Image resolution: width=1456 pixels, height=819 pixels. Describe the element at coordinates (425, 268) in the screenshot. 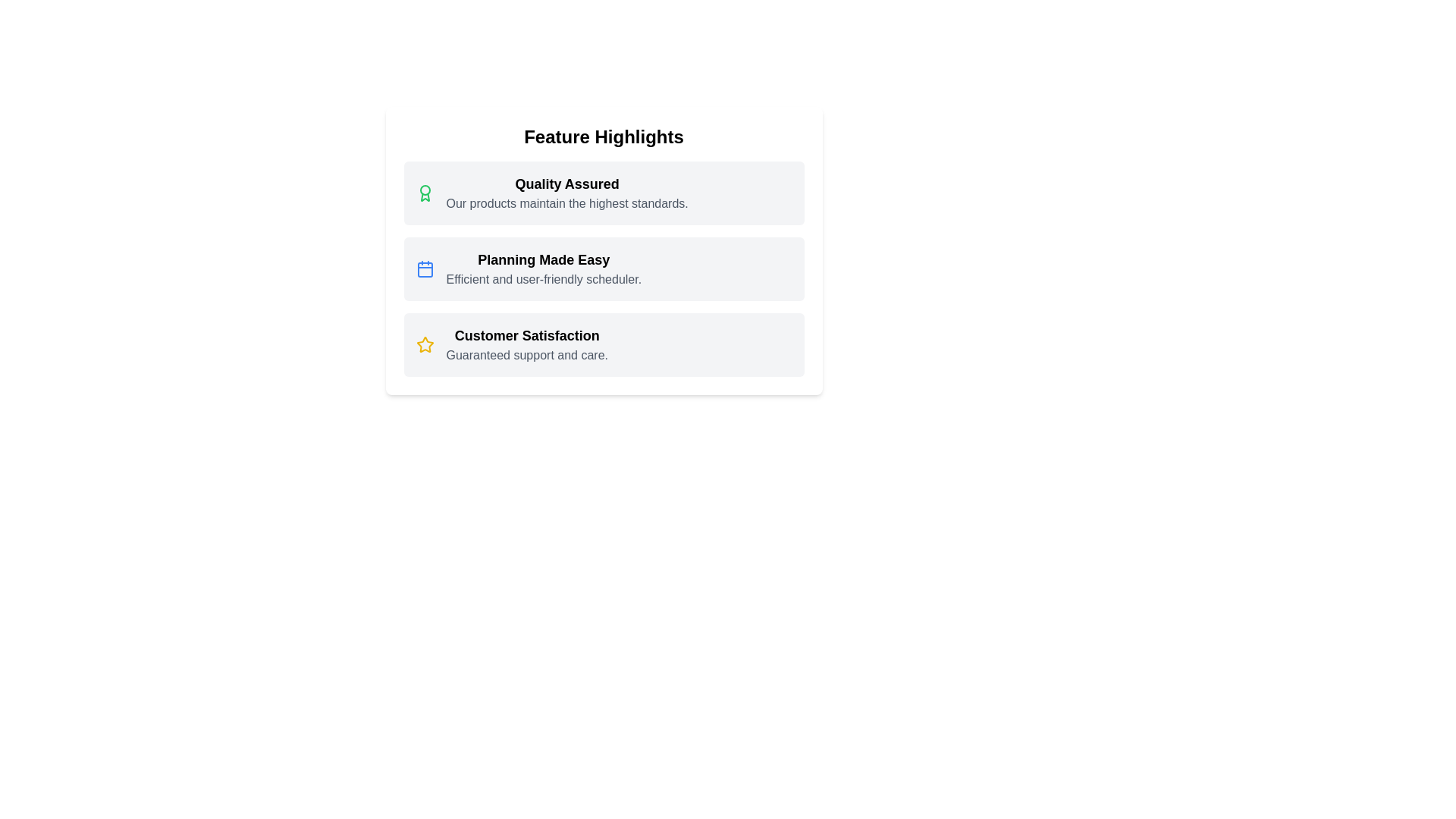

I see `the calendar icon located in the 'Planning Made Easy' section, which is the first item on the left side of the descriptive text` at that location.